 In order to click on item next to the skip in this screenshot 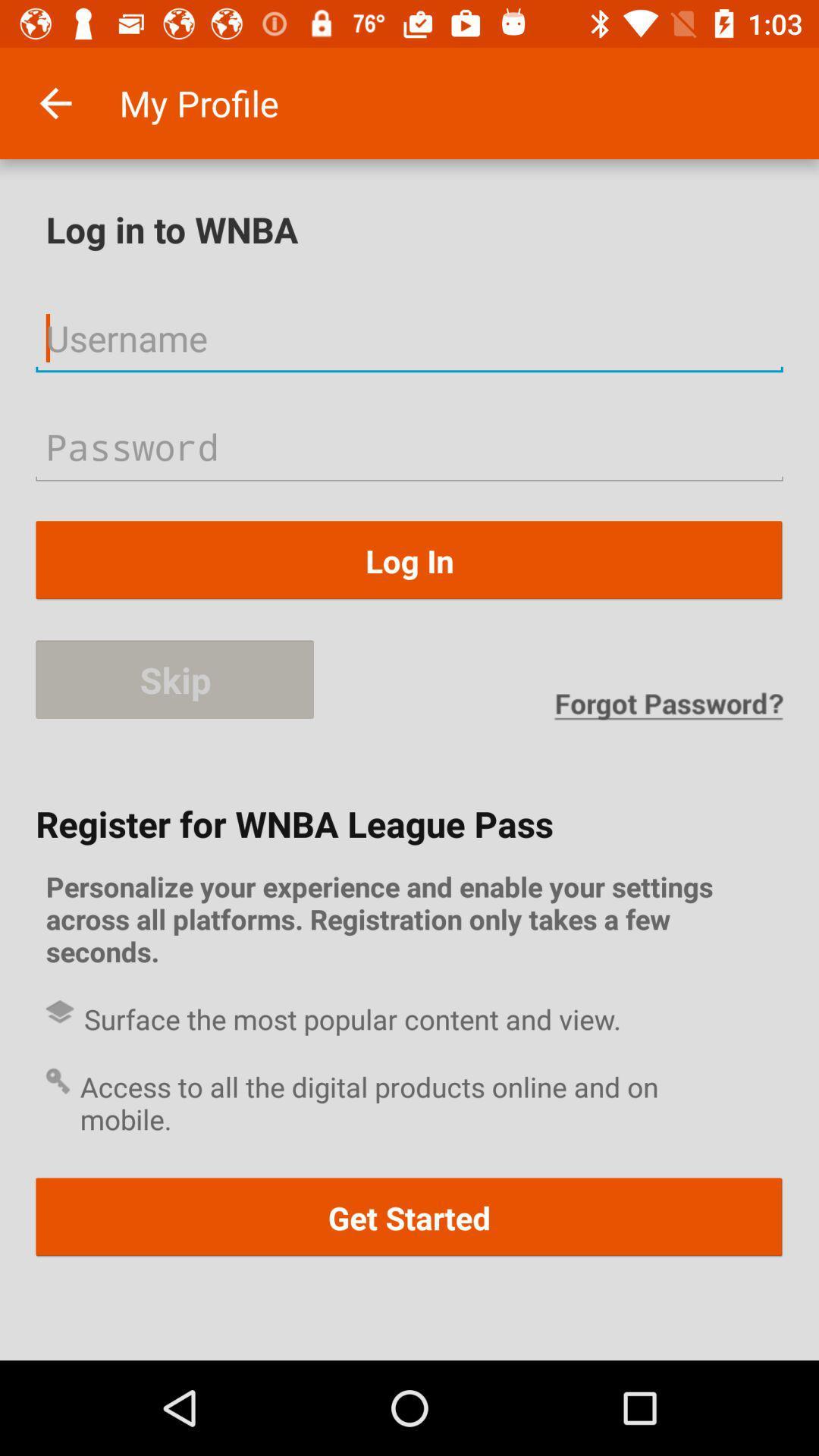, I will do `click(667, 705)`.